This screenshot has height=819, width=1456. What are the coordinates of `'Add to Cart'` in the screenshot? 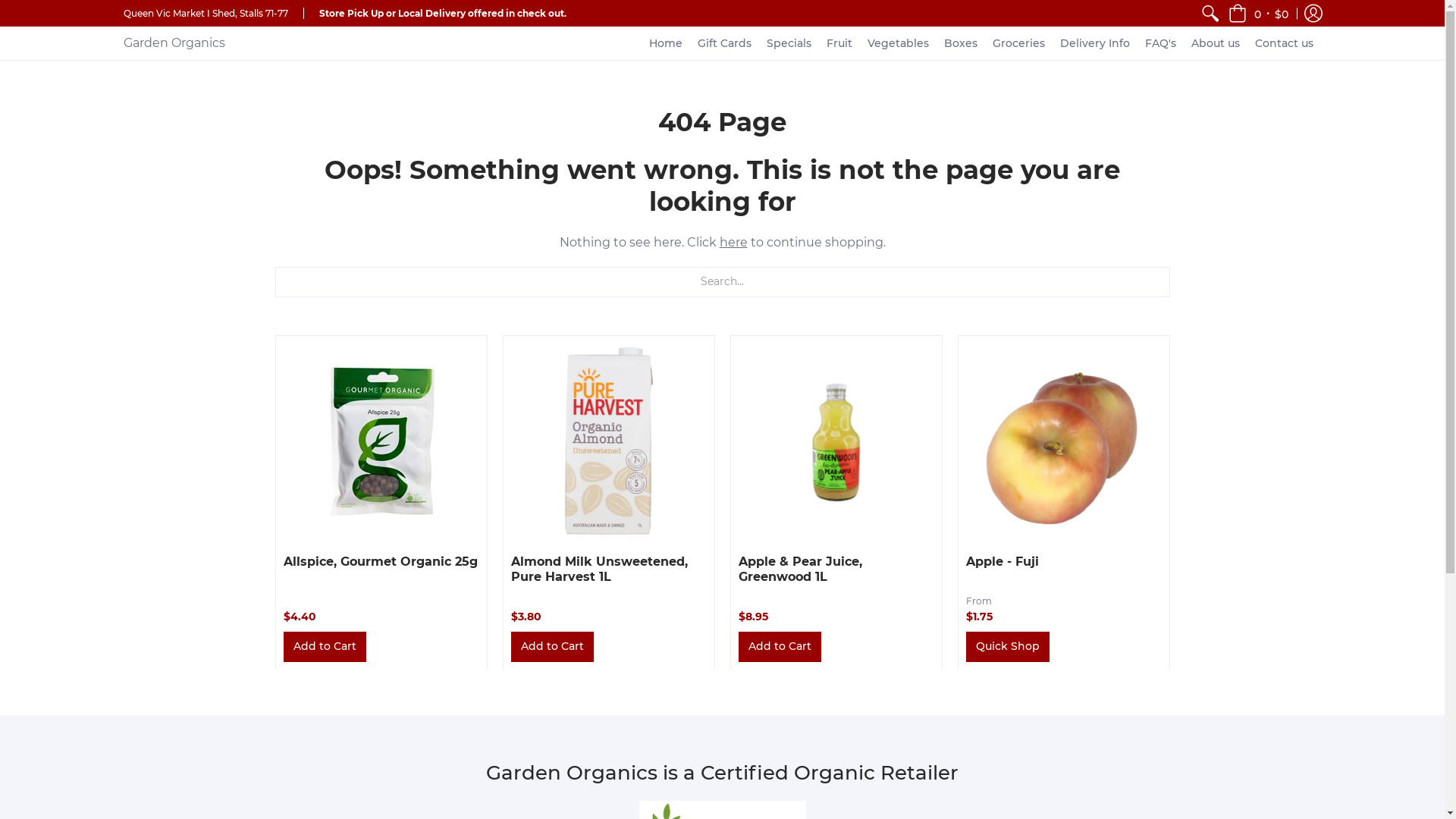 It's located at (780, 646).